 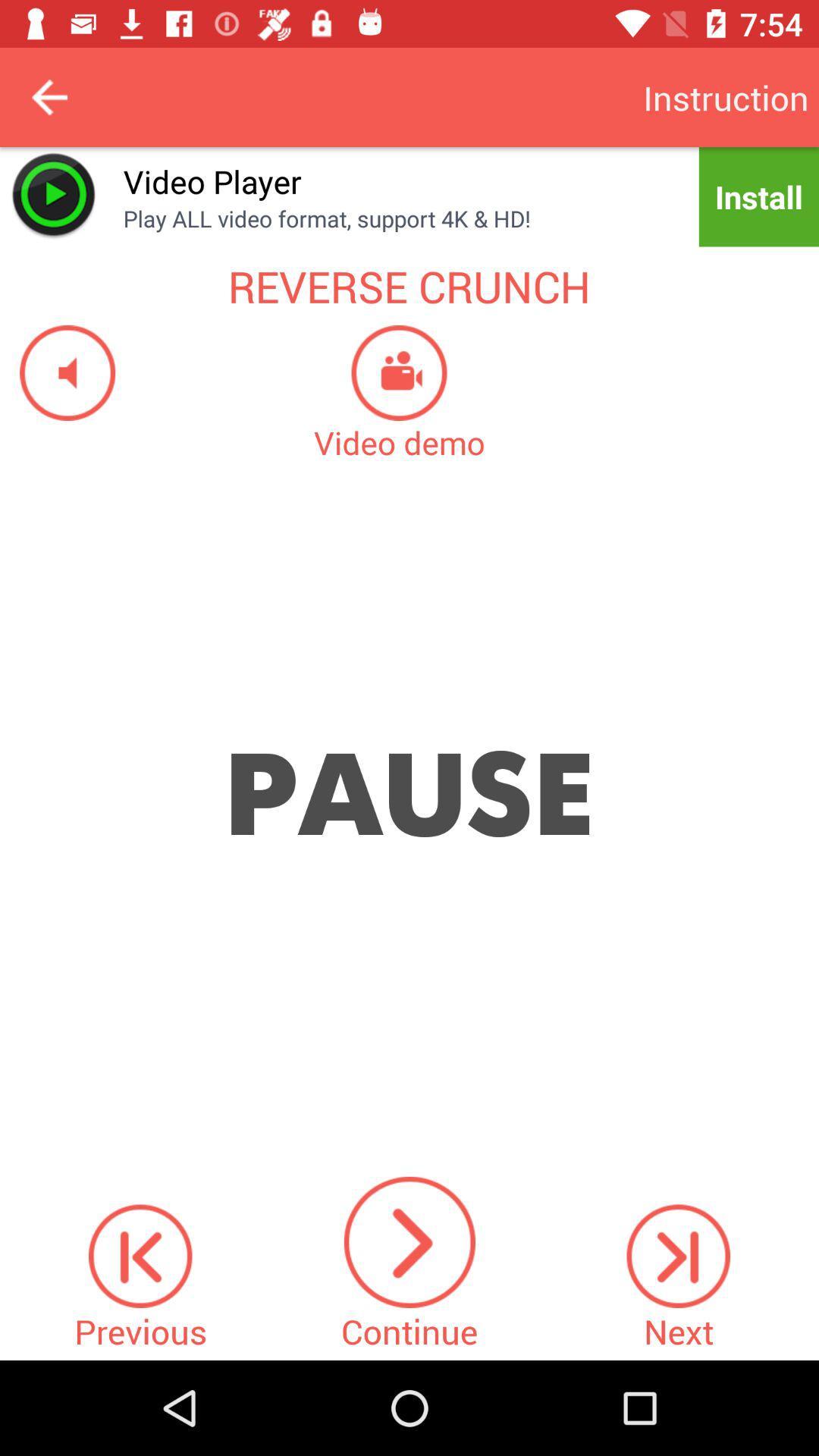 I want to click on adjust sound, so click(x=57, y=372).